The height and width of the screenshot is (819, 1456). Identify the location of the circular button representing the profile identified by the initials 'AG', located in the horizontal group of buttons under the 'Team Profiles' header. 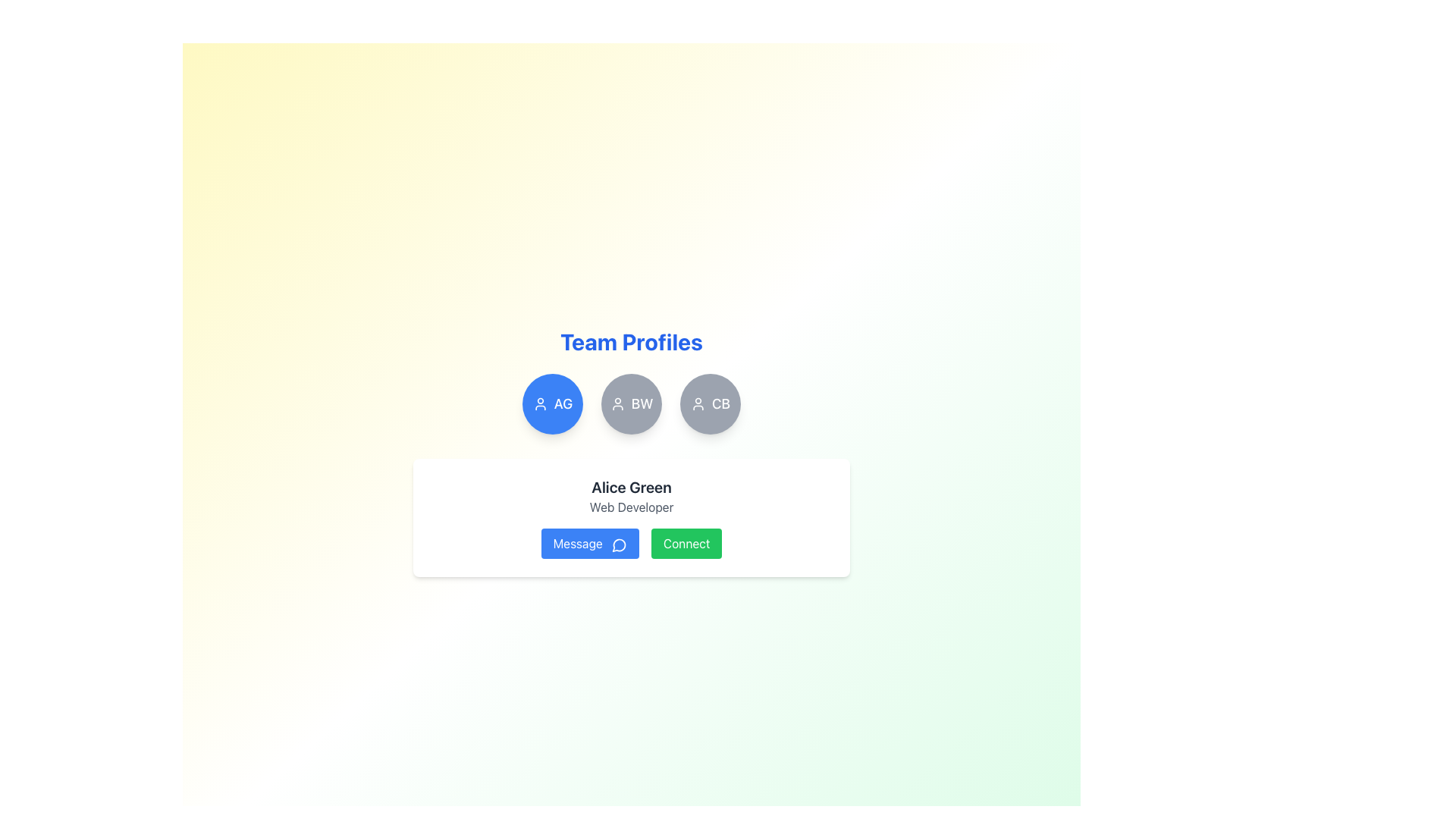
(552, 403).